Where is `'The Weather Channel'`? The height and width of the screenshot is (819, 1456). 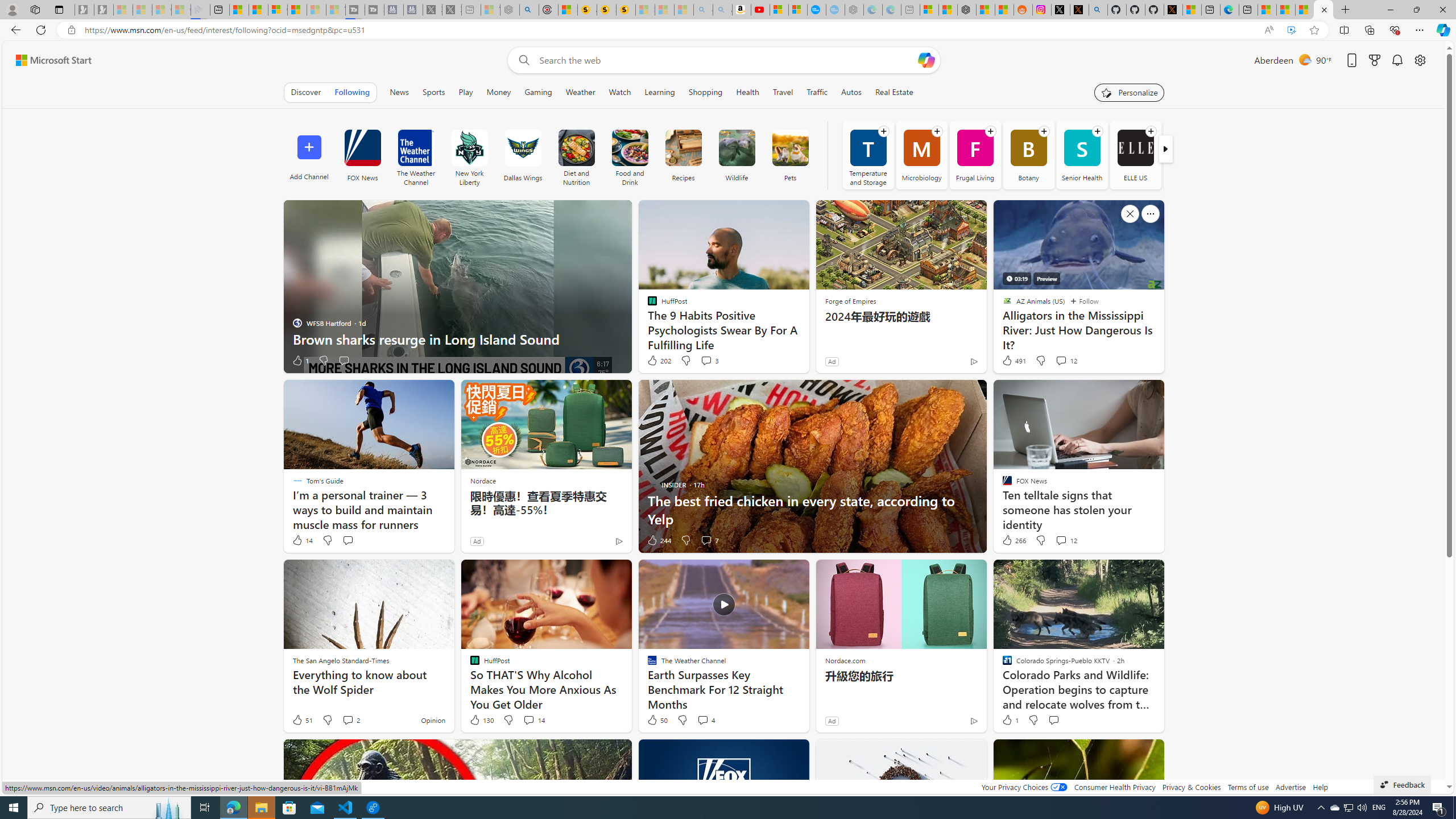
'The Weather Channel' is located at coordinates (416, 154).